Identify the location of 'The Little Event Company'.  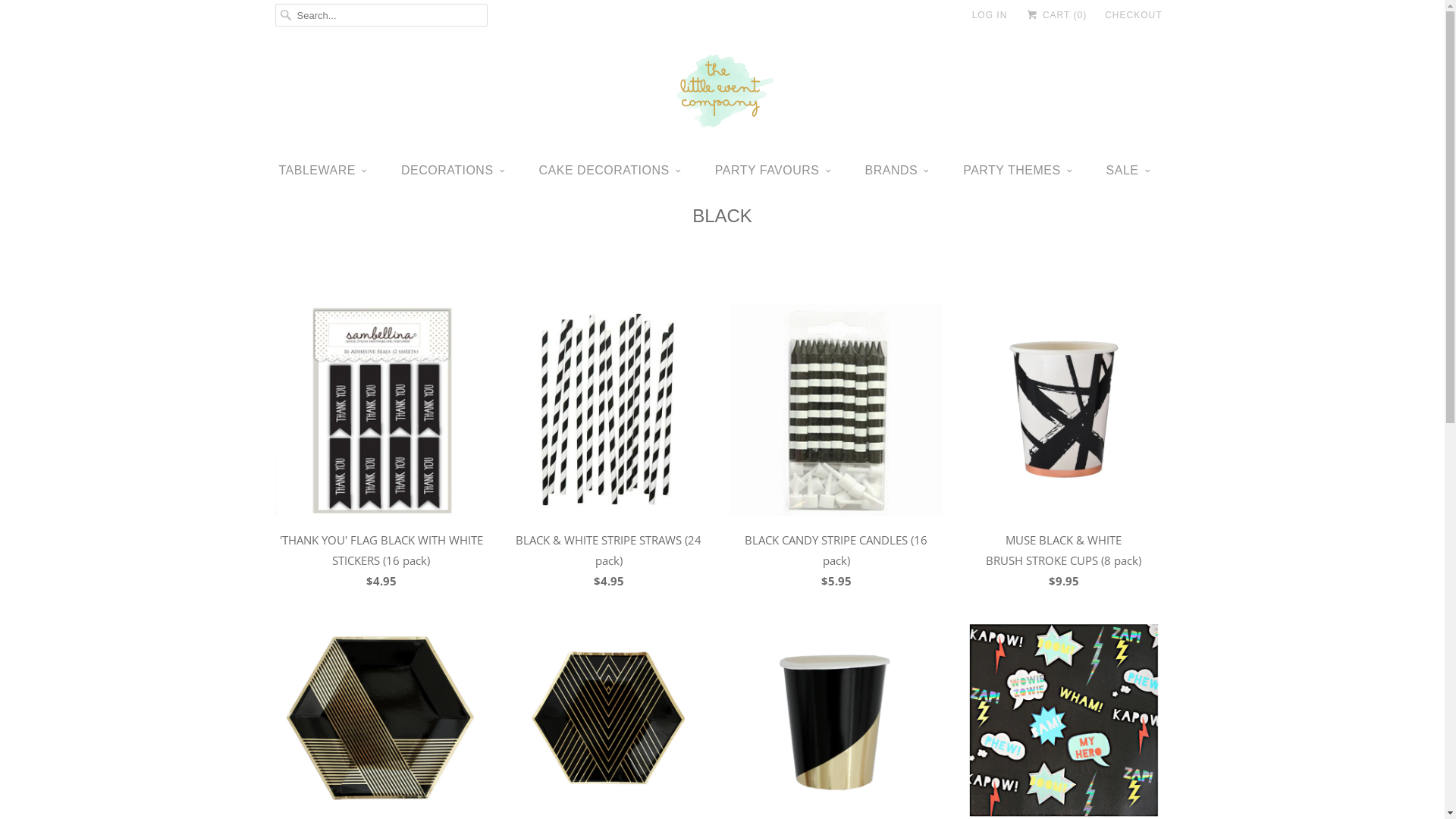
(720, 93).